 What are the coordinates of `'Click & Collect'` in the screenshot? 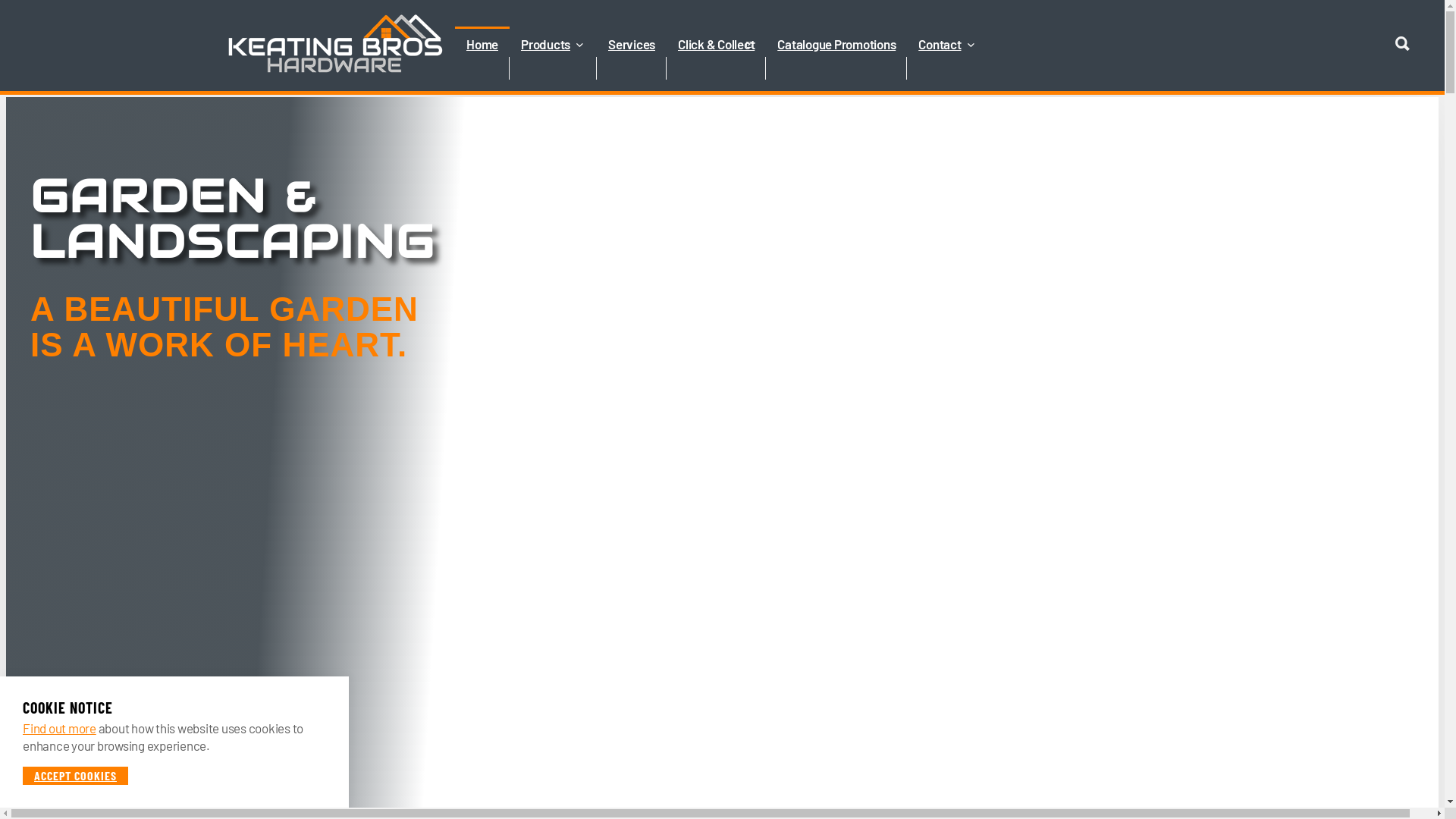 It's located at (715, 67).